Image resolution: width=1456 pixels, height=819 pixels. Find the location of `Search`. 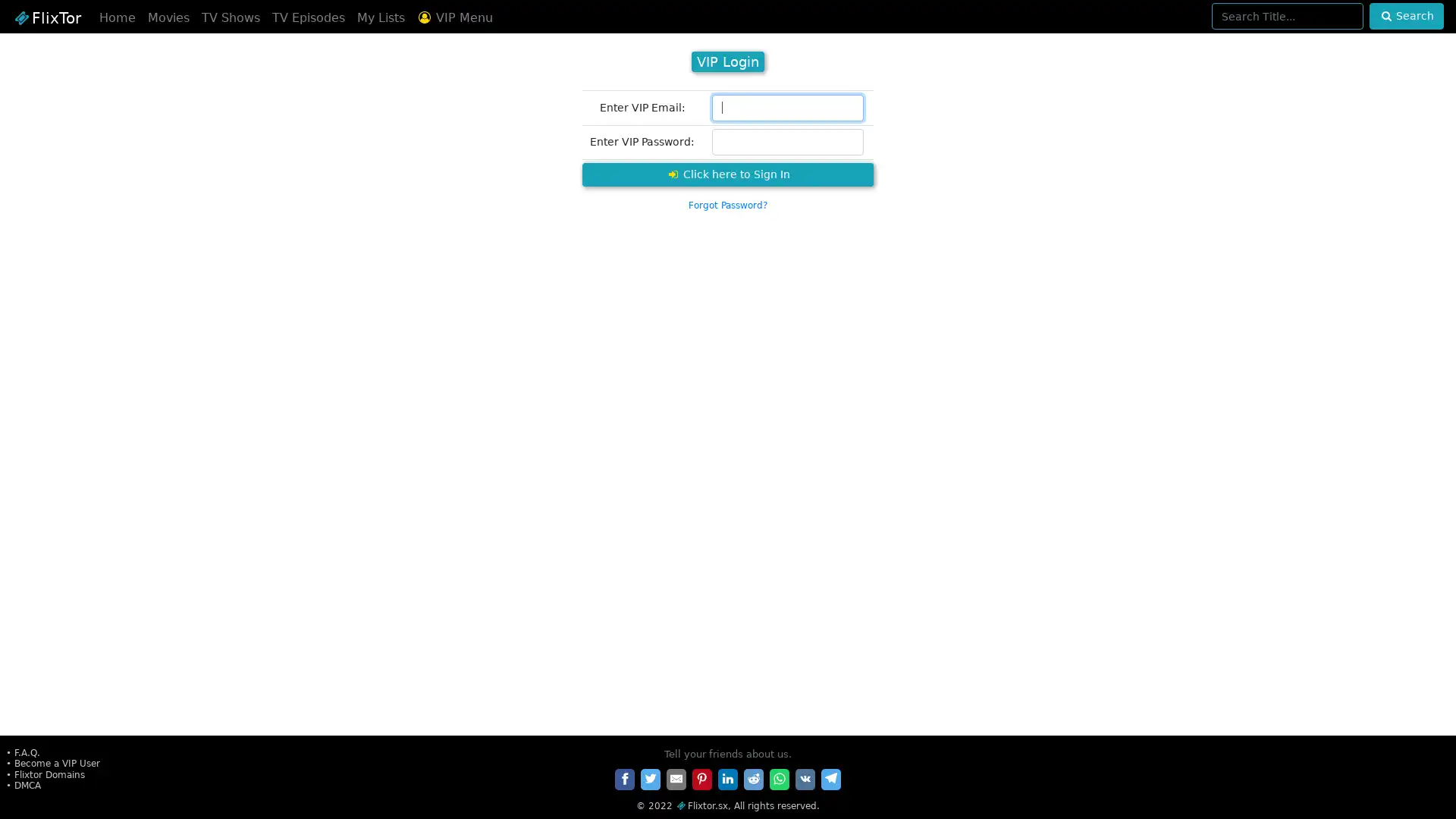

Search is located at coordinates (1405, 16).